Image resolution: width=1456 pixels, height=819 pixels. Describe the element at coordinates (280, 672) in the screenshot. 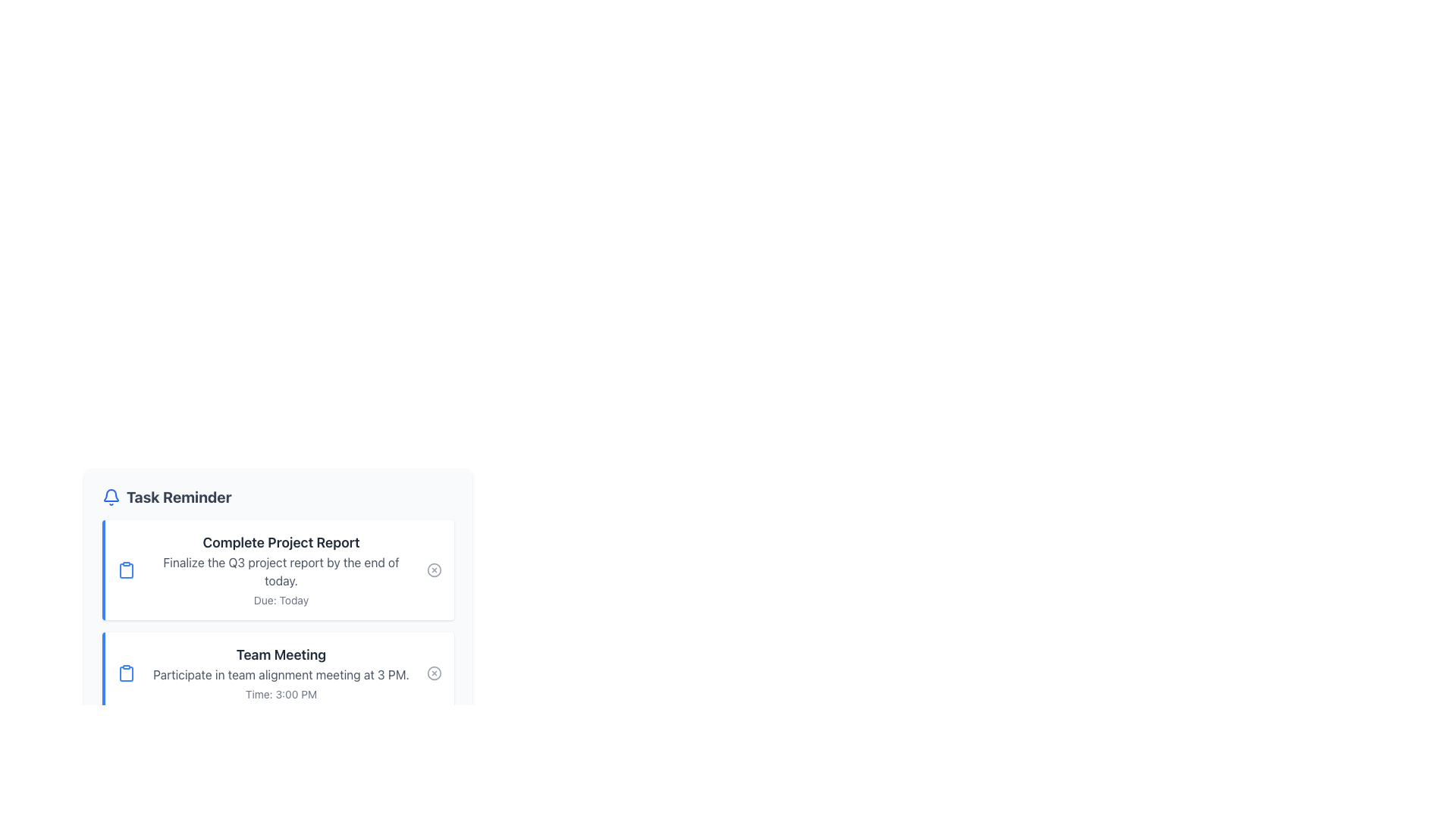

I see `the Task item display component titled 'Team Meeting'` at that location.